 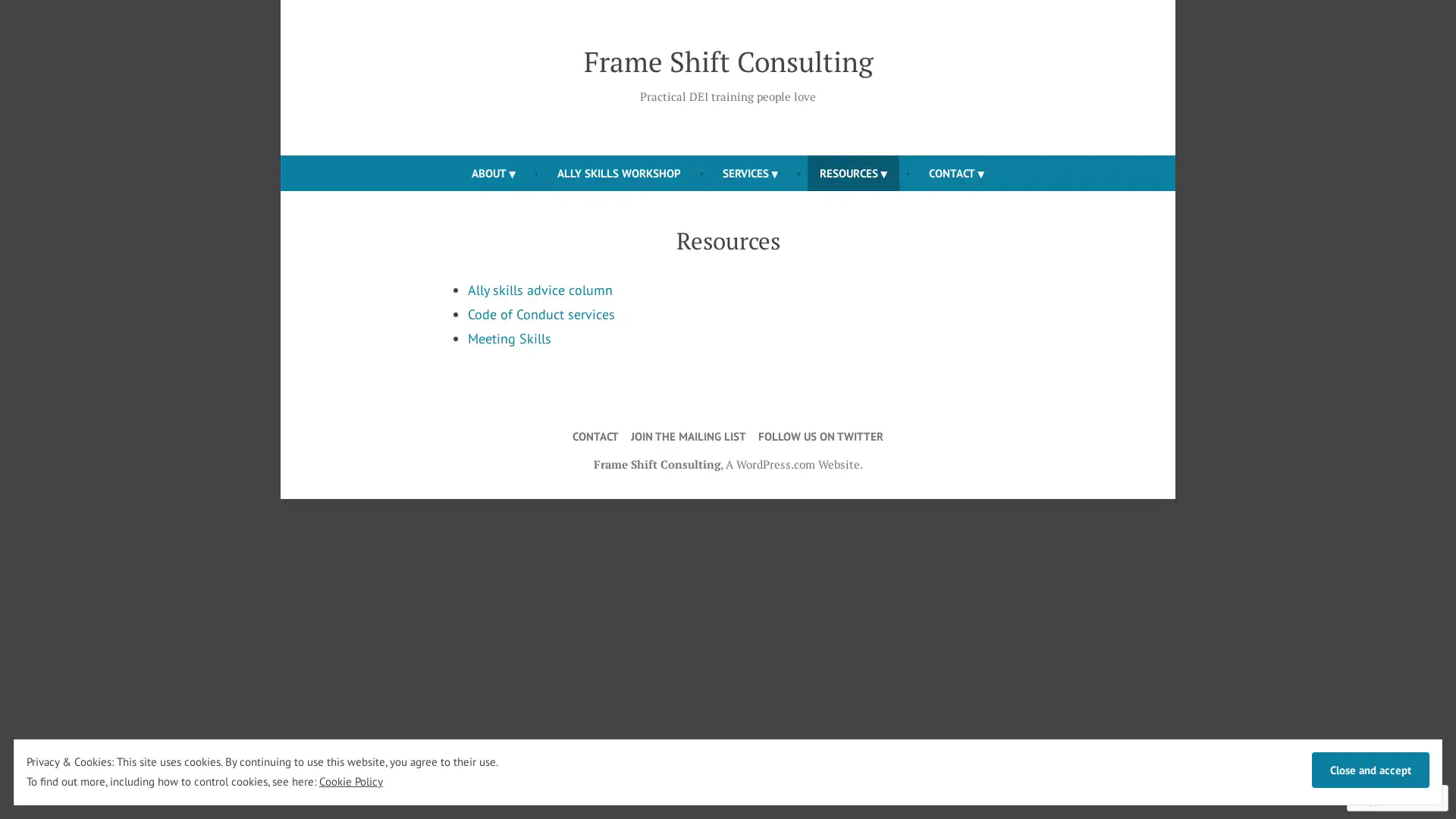 I want to click on Close and accept, so click(x=1370, y=769).